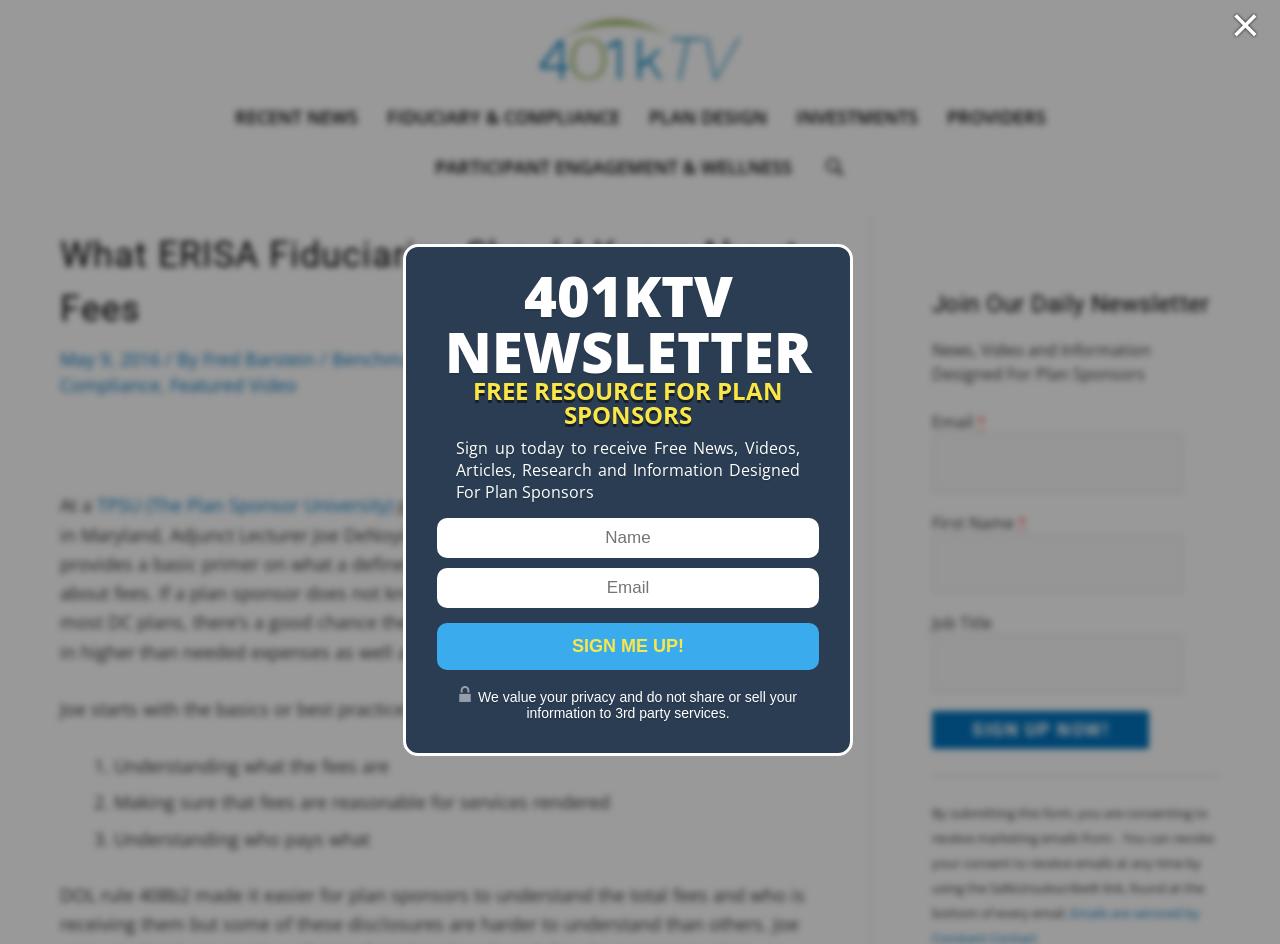  Describe the element at coordinates (386, 115) in the screenshot. I see `'Fiduciary & Compliance'` at that location.